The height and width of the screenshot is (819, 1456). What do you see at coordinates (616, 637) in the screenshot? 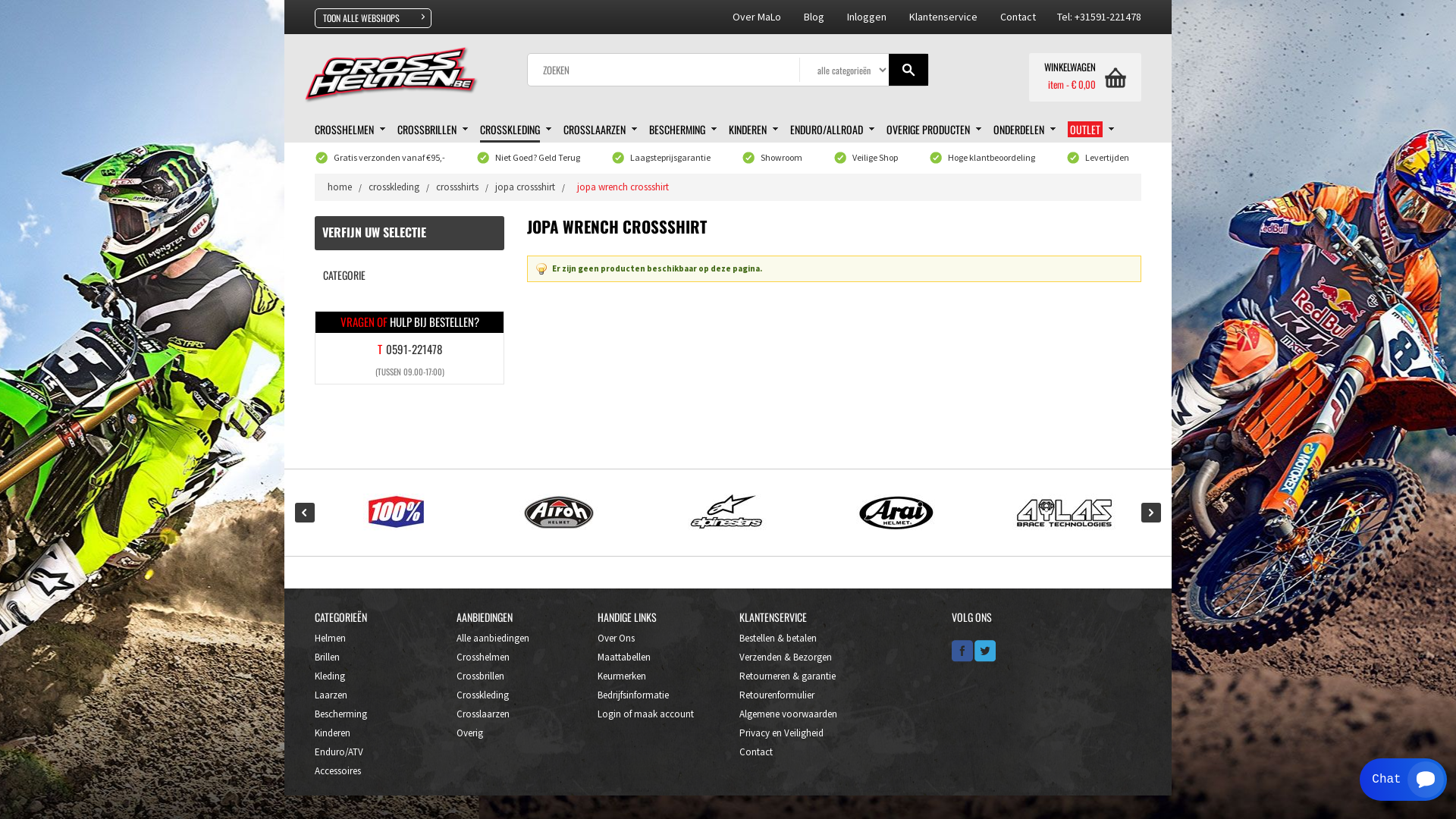
I see `'Over Ons'` at bounding box center [616, 637].